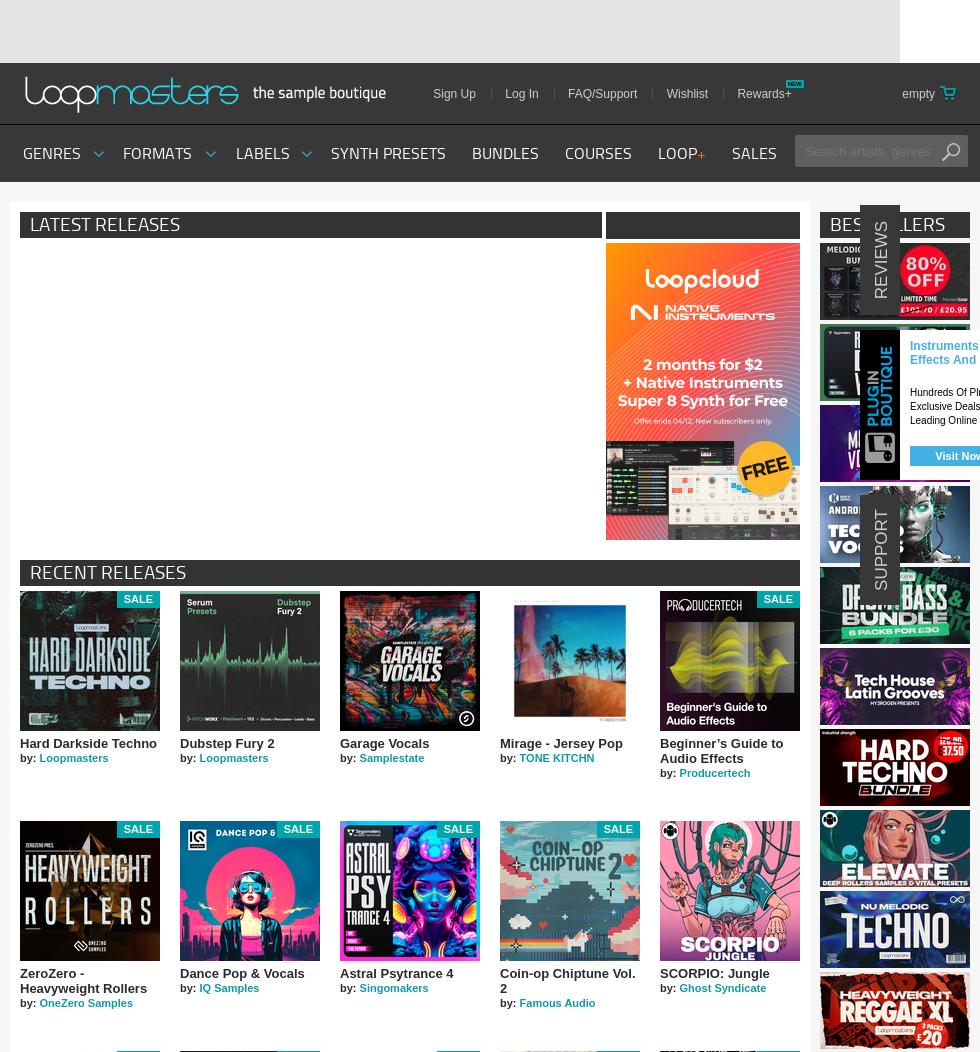 This screenshot has height=1052, width=980. What do you see at coordinates (52, 152) in the screenshot?
I see `'Genres'` at bounding box center [52, 152].